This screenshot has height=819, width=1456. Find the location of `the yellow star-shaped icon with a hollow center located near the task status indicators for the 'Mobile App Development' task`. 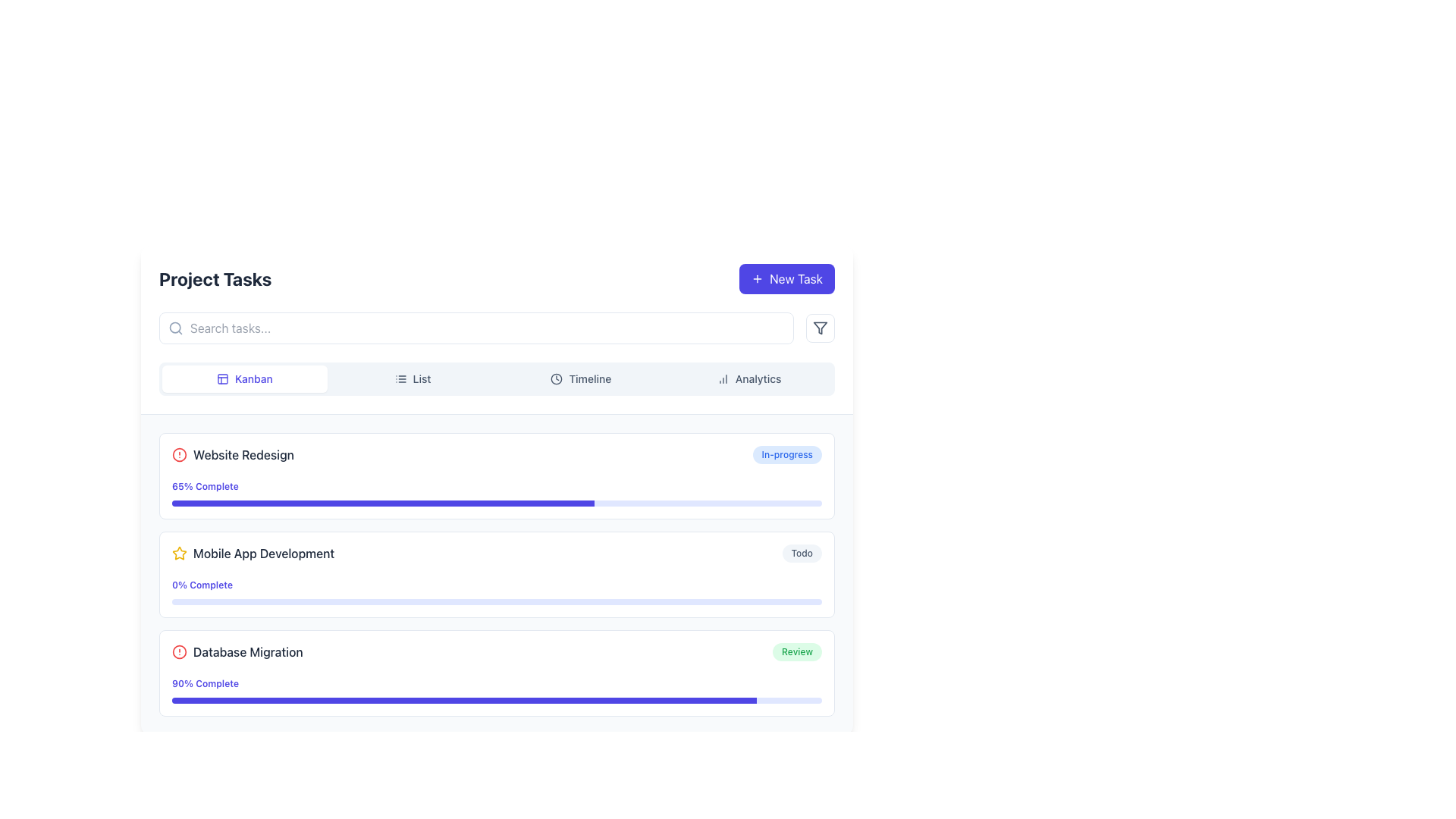

the yellow star-shaped icon with a hollow center located near the task status indicators for the 'Mobile App Development' task is located at coordinates (179, 553).